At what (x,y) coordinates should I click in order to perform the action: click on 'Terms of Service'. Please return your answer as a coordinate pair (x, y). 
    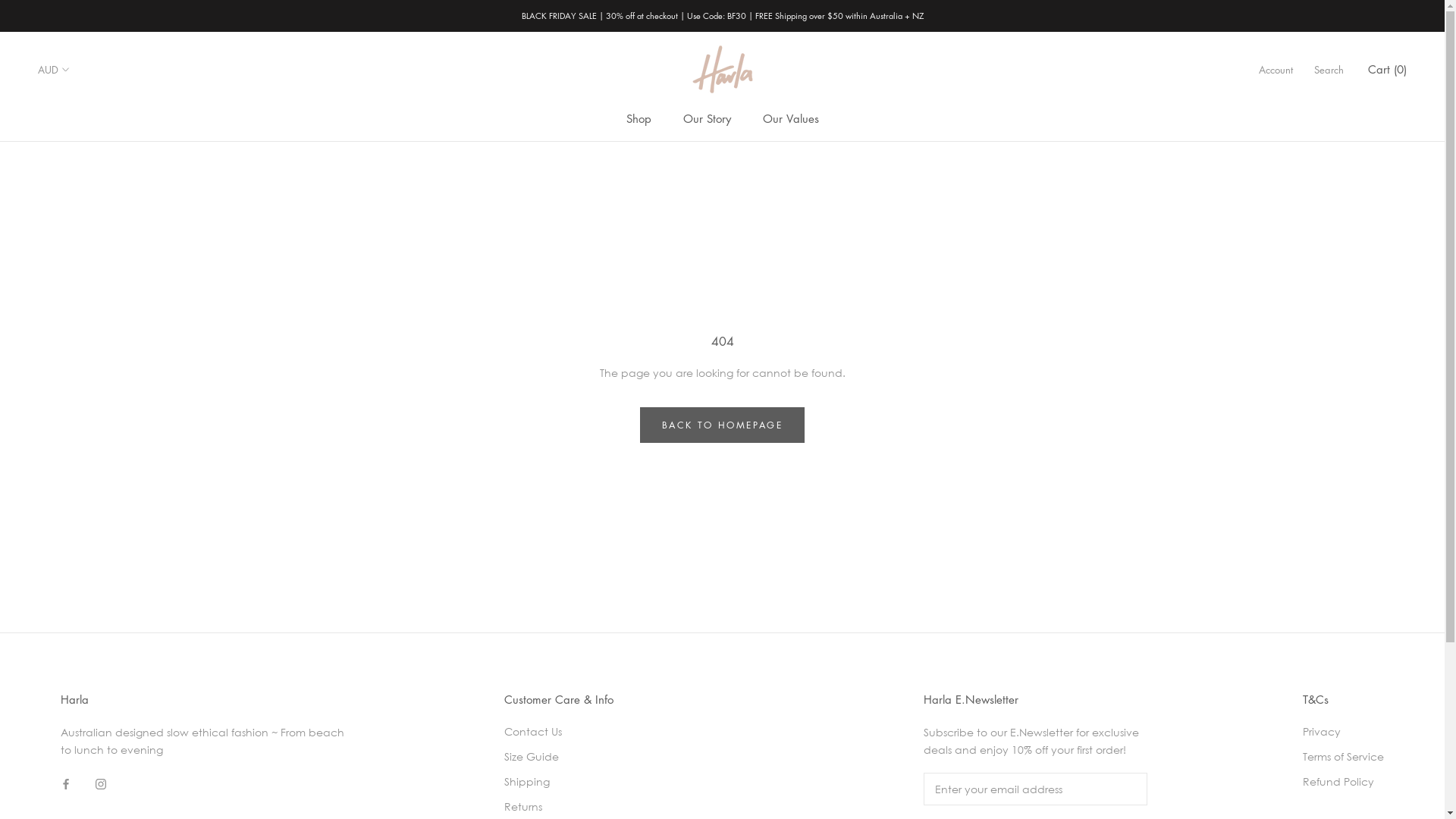
    Looking at the image, I should click on (1343, 756).